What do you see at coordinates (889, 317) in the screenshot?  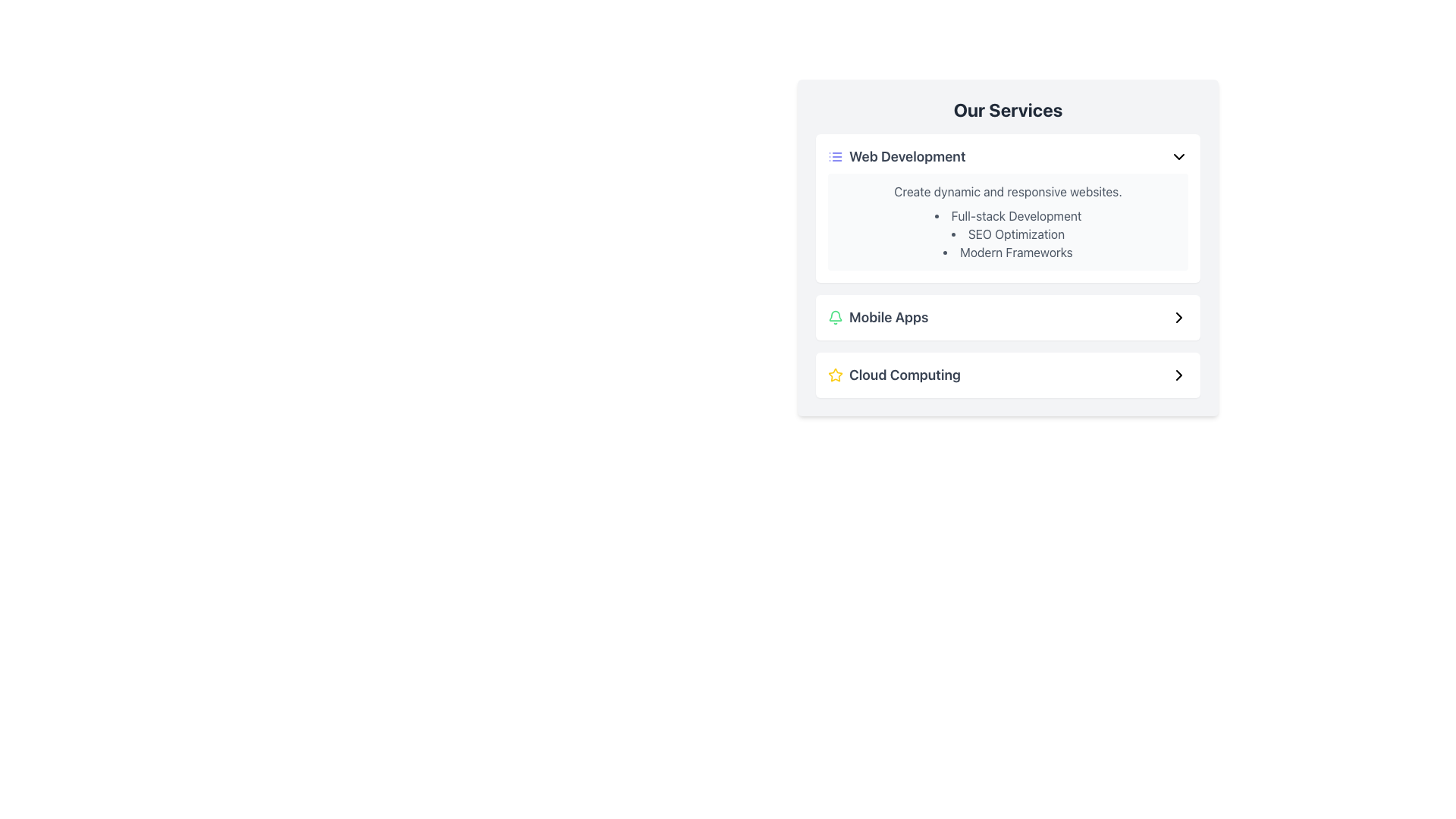 I see `the Static Text displaying 'Mobile Apps', which is located beneath the 'Web Development' section and to the right of a small green icon` at bounding box center [889, 317].